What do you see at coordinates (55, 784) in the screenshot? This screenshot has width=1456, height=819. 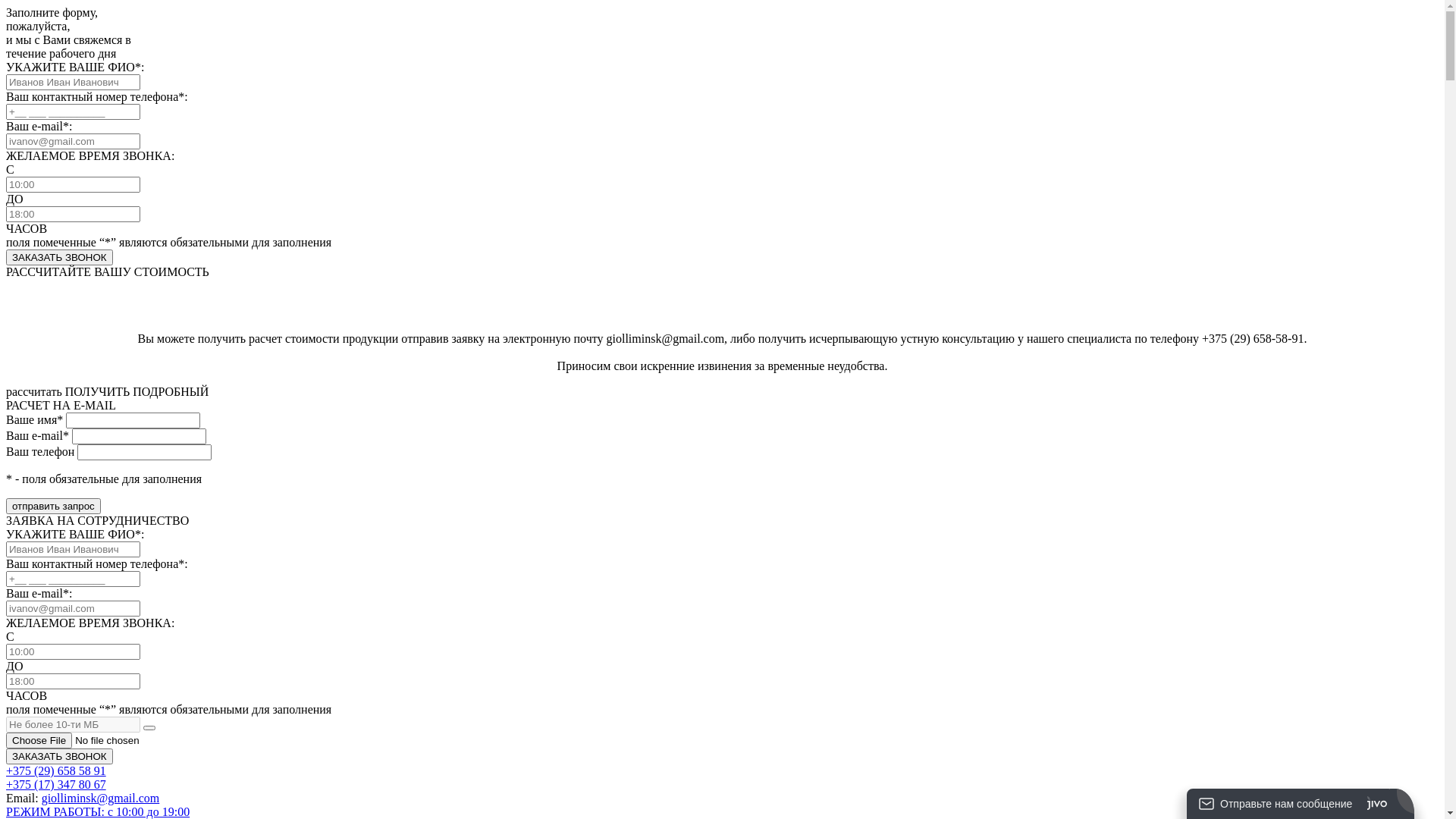 I see `'+375 (17) 347 80 67'` at bounding box center [55, 784].